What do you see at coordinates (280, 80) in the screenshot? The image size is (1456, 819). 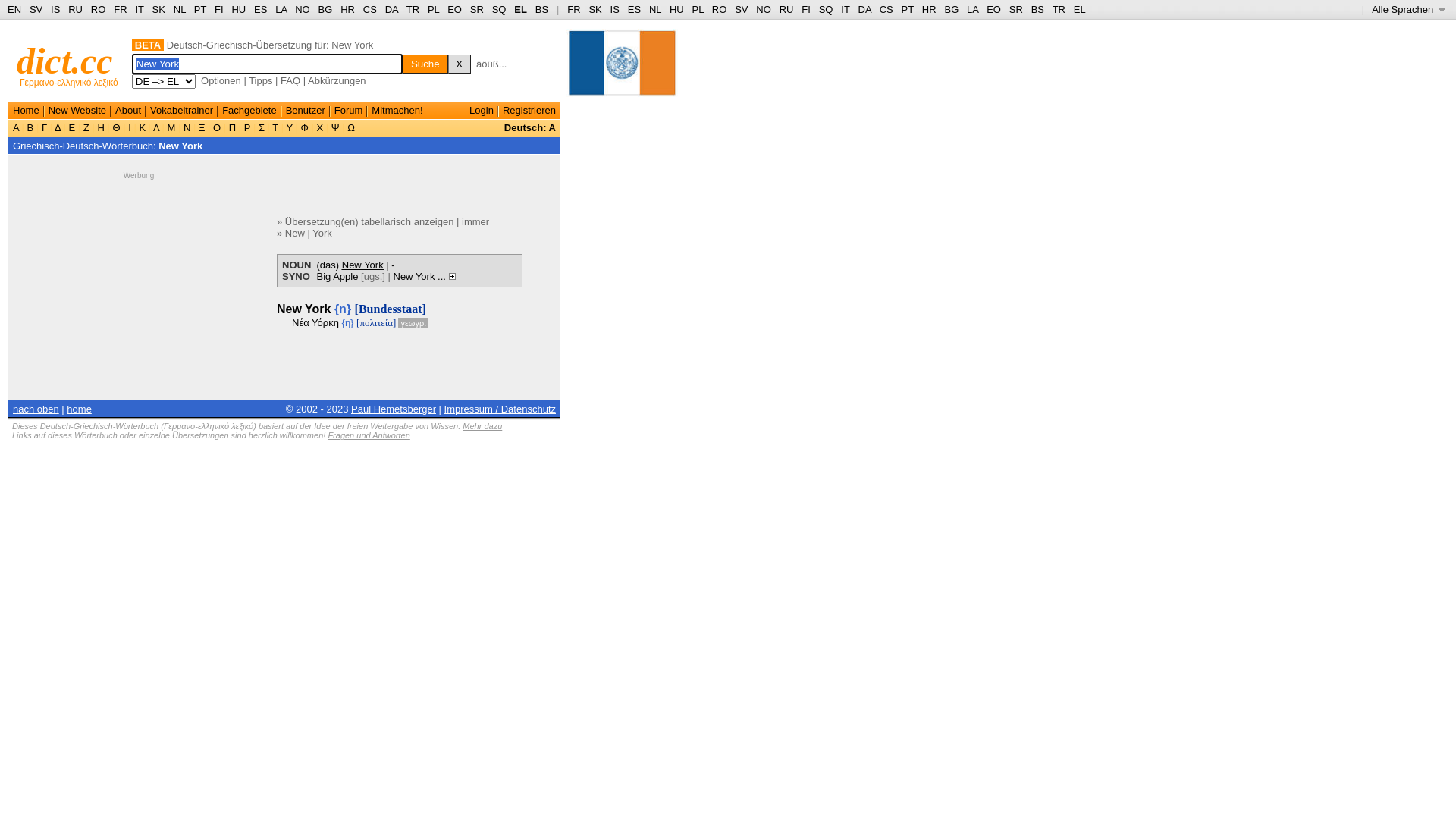 I see `'FAQ'` at bounding box center [280, 80].